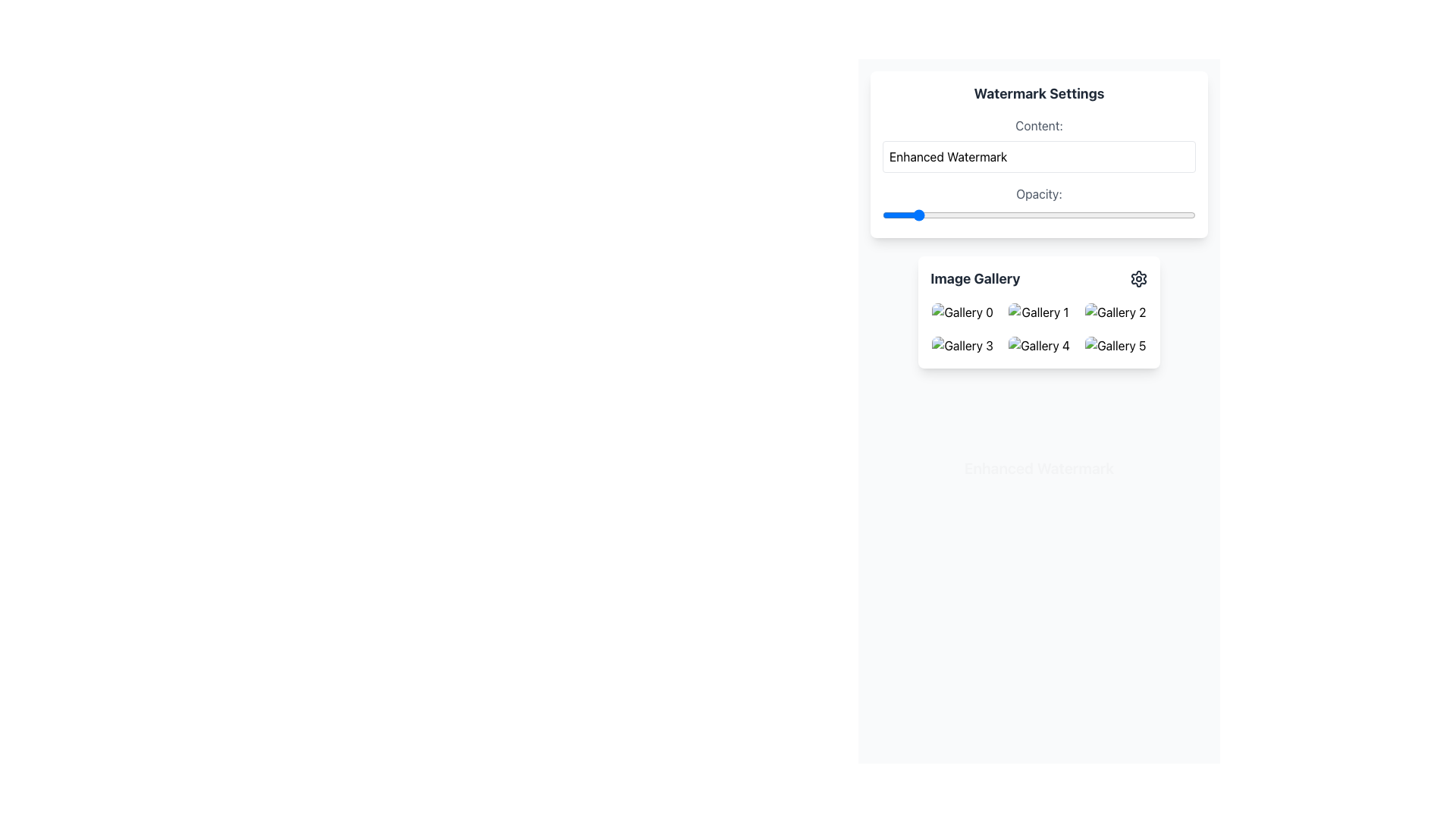 This screenshot has height=819, width=1456. I want to click on the first item in the second row of the three-column grid layout in the 'Image Gallery' section, so click(962, 345).